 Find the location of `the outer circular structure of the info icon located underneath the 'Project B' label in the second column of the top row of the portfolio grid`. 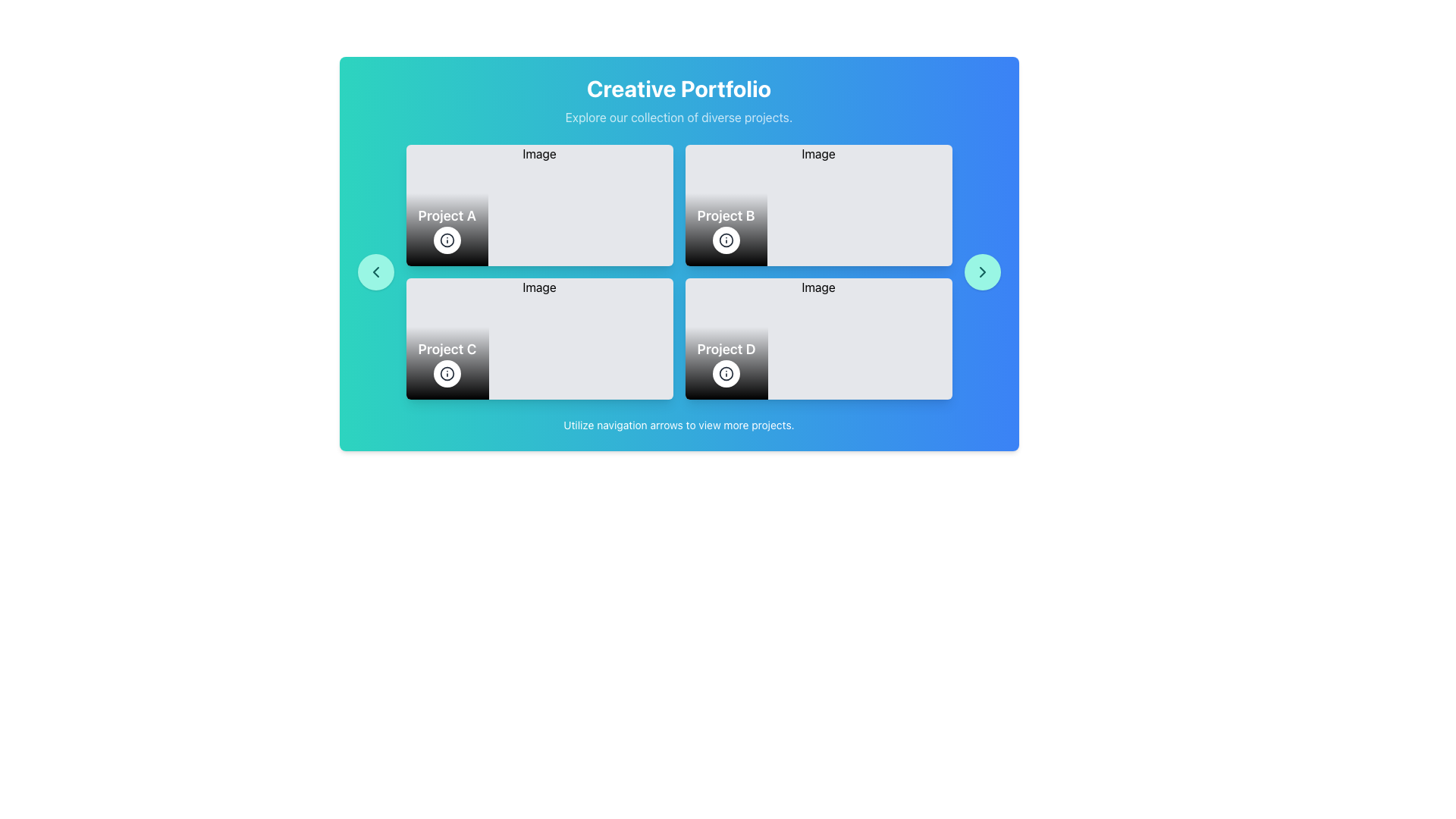

the outer circular structure of the info icon located underneath the 'Project B' label in the second column of the top row of the portfolio grid is located at coordinates (725, 239).